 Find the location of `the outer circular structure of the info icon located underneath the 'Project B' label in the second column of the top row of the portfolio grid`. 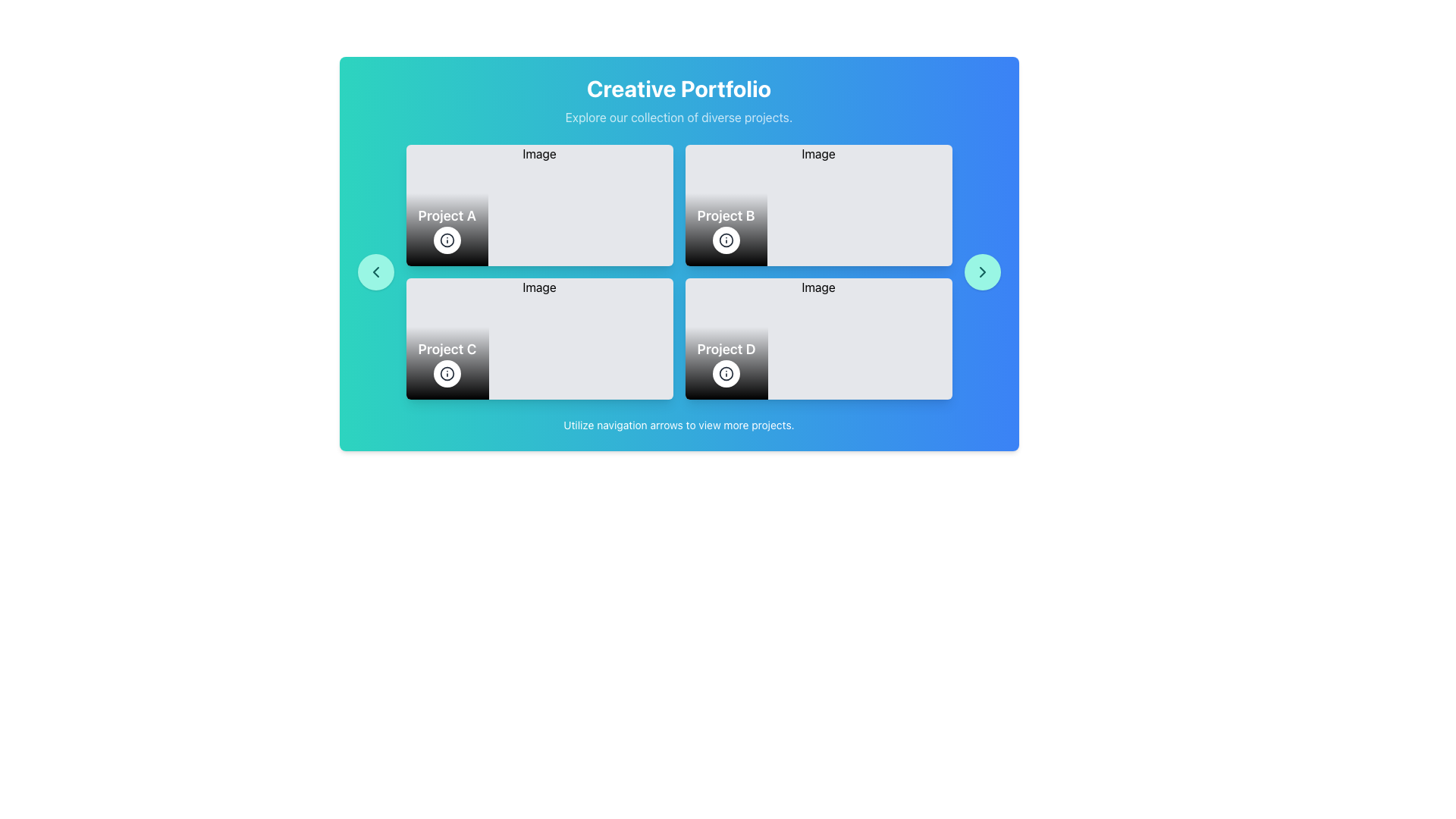

the outer circular structure of the info icon located underneath the 'Project B' label in the second column of the top row of the portfolio grid is located at coordinates (725, 239).